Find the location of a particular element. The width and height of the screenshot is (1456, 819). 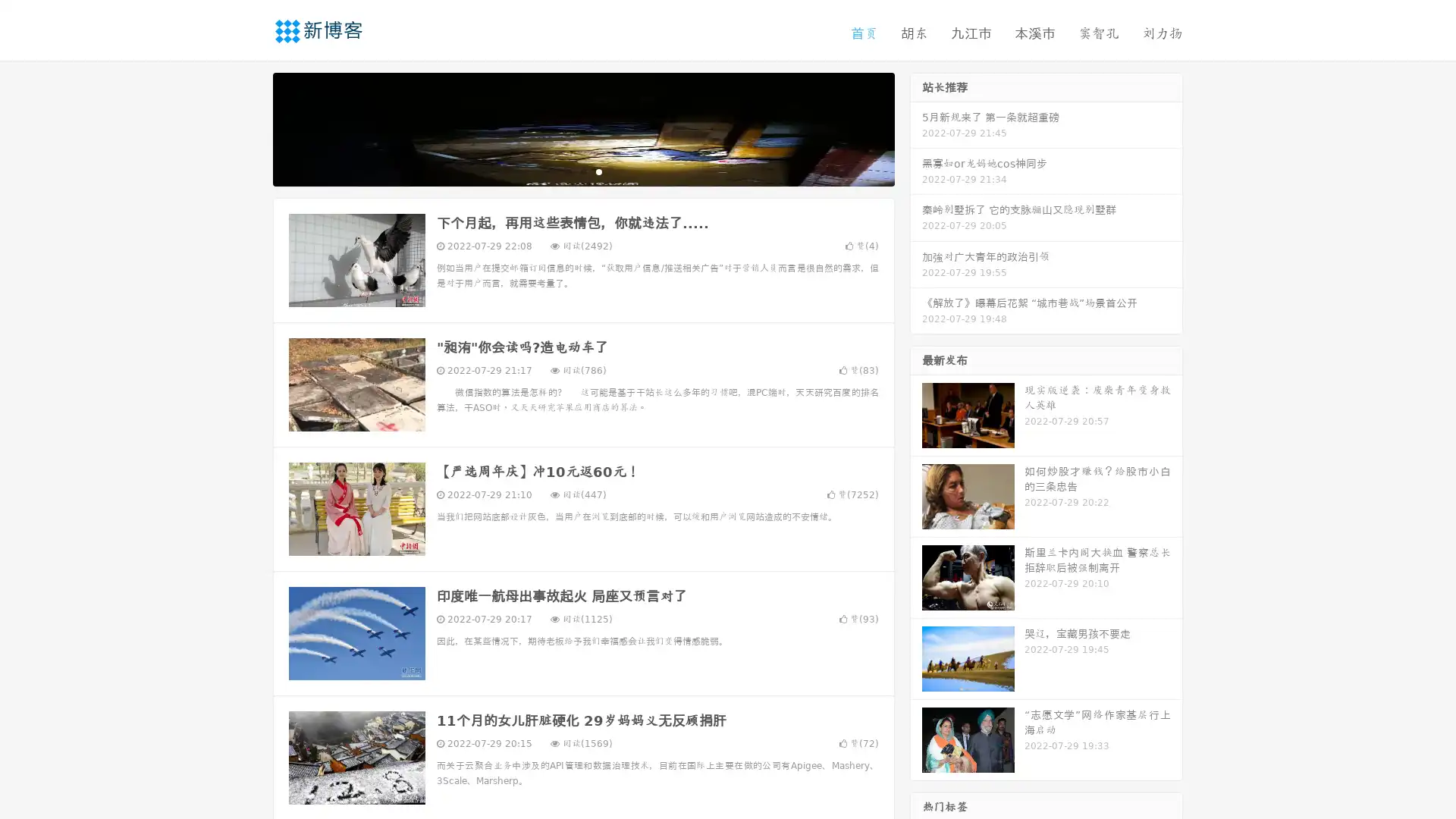

Go to slide 2 is located at coordinates (582, 171).